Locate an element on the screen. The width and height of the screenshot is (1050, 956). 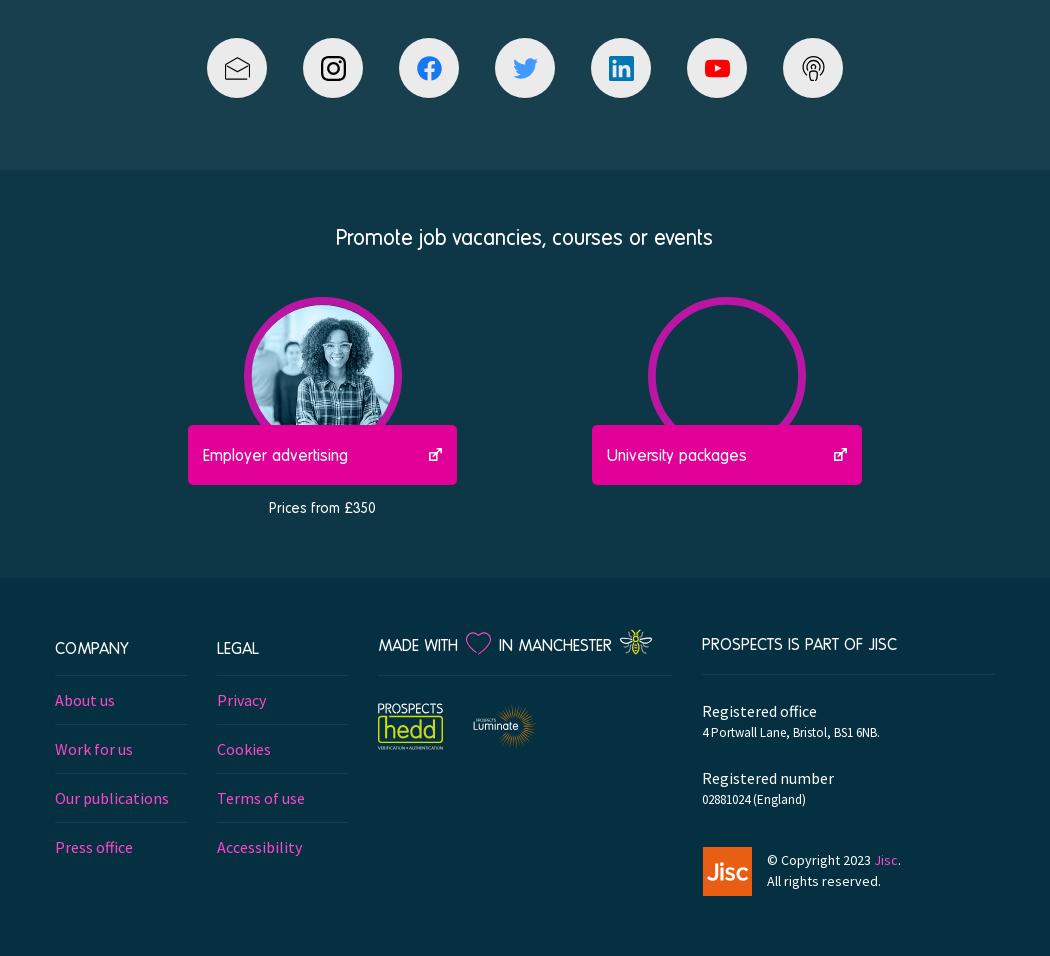
'University packages' is located at coordinates (677, 453).